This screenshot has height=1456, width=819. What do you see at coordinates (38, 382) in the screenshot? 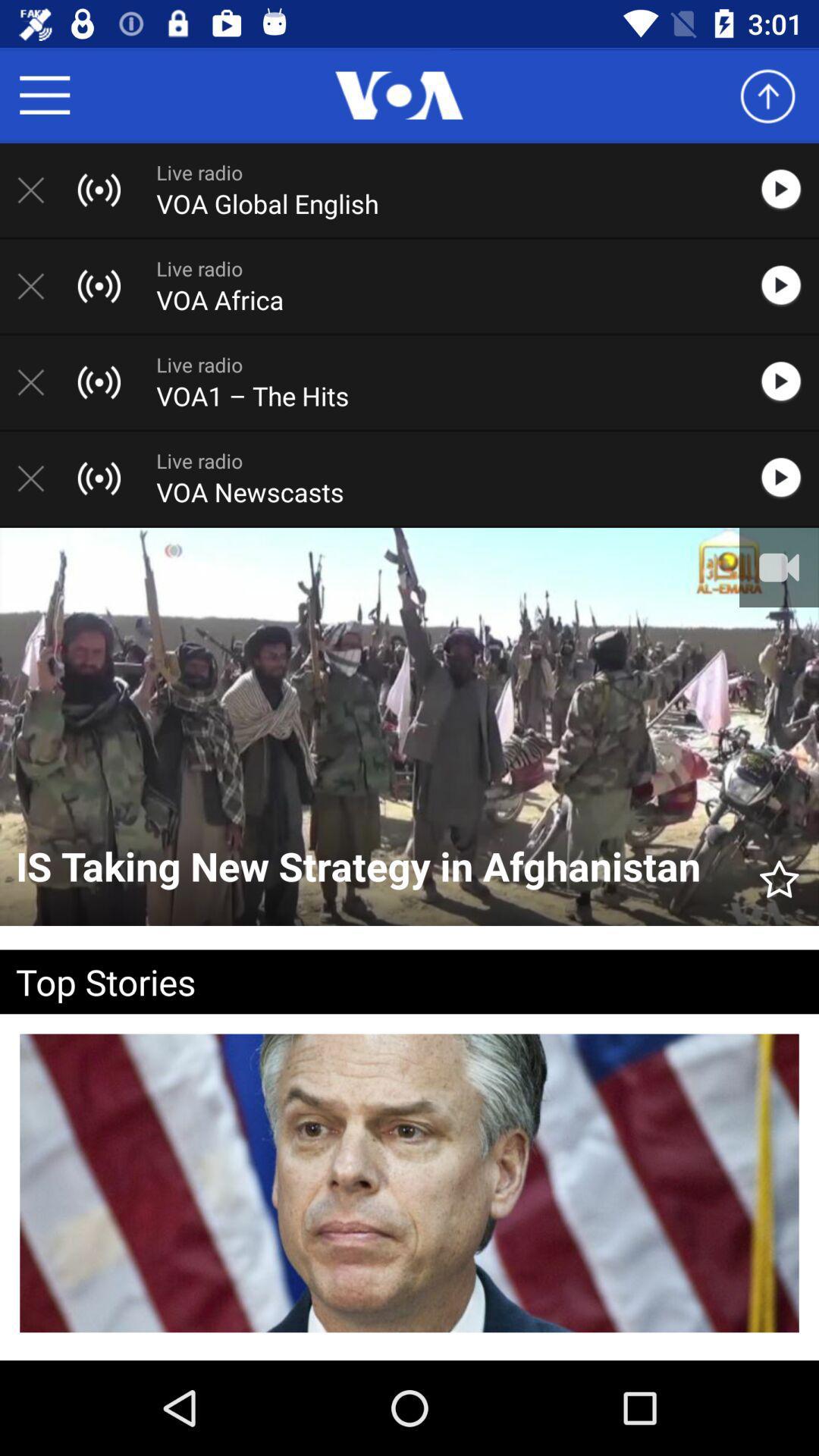
I see `delete voa1 as a station` at bounding box center [38, 382].